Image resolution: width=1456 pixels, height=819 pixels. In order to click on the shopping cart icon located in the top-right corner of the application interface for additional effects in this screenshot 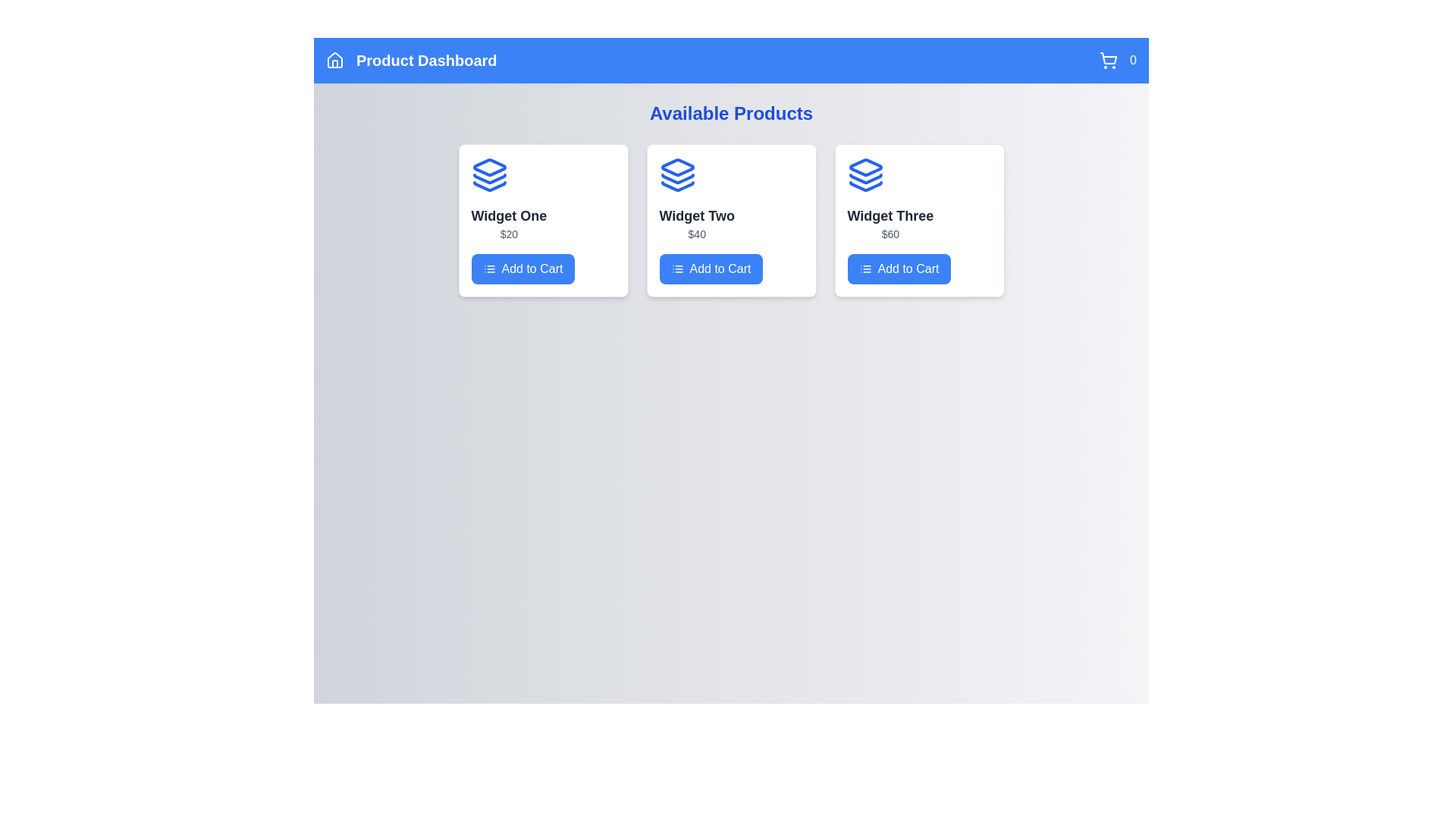, I will do `click(1109, 60)`.